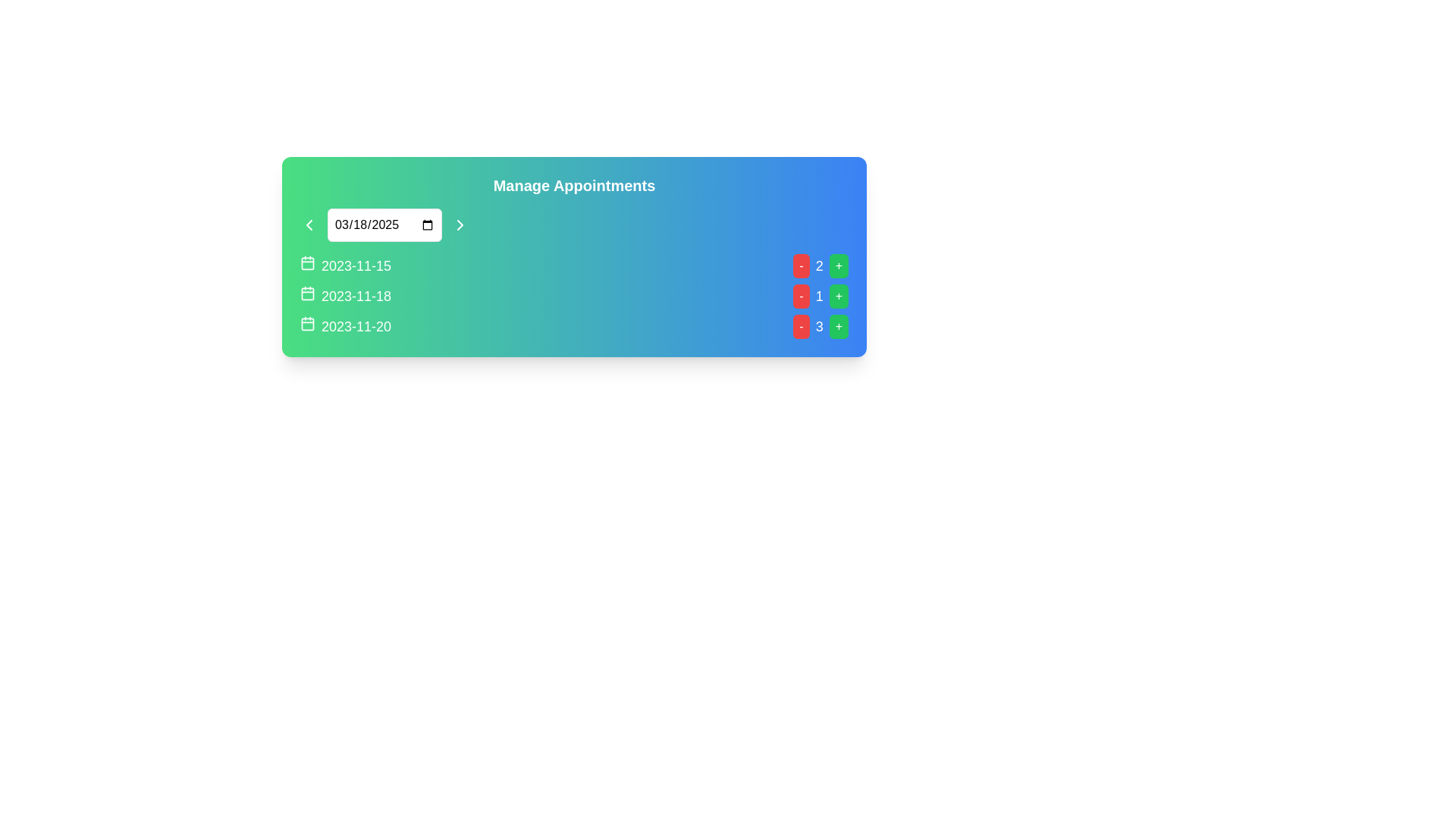 The width and height of the screenshot is (1456, 819). I want to click on the non-interactive display Text Label that shows a numeric value, centrally aligned between the '-' and '+' buttons in the uppermost row of the layout's right section, so click(818, 265).